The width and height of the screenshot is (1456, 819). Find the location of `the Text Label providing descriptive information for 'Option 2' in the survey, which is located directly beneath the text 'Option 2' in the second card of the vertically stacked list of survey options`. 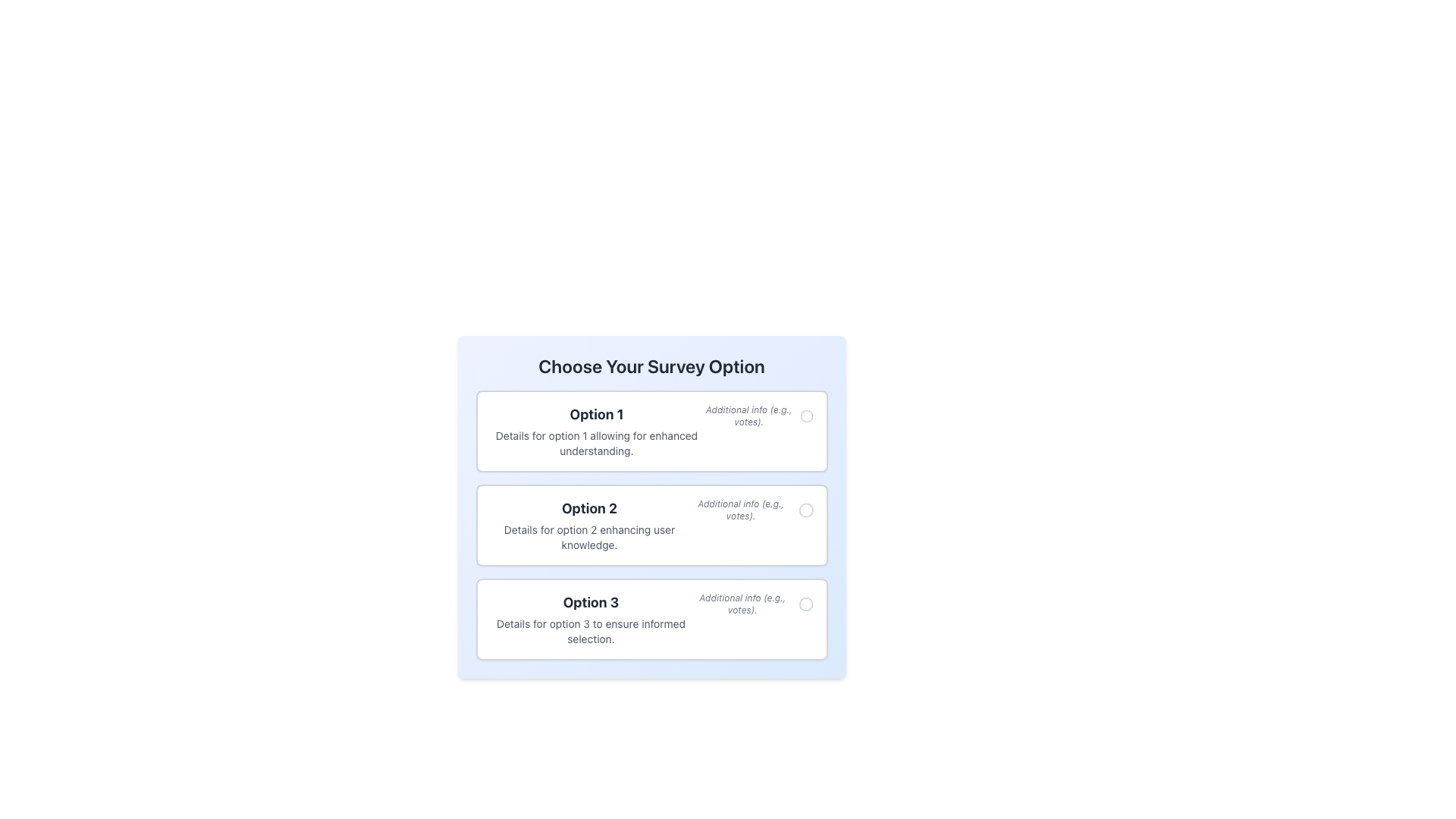

the Text Label providing descriptive information for 'Option 2' in the survey, which is located directly beneath the text 'Option 2' in the second card of the vertically stacked list of survey options is located at coordinates (588, 537).